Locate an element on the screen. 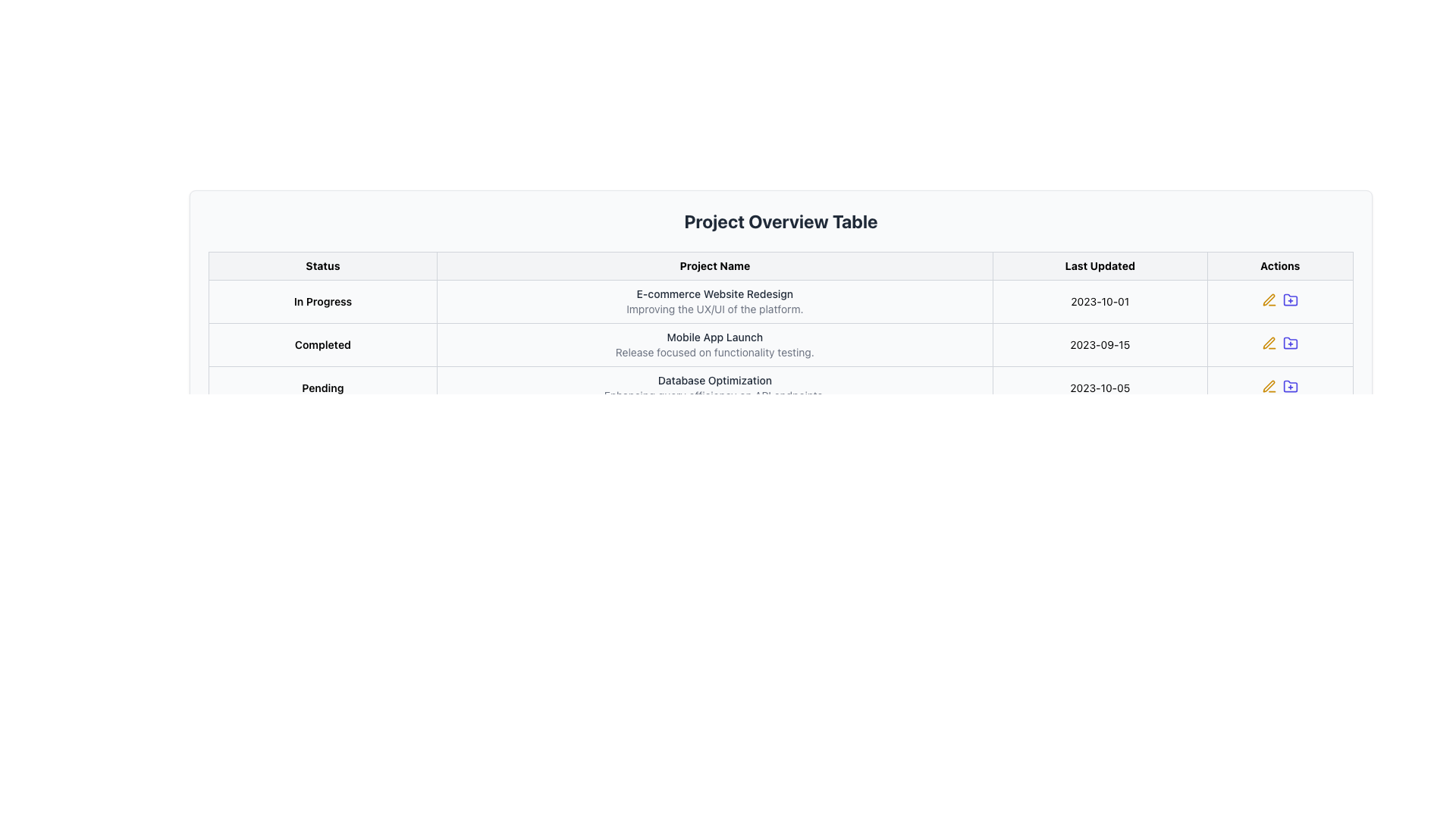  the text display element containing the text 'Improving the UX/UI of the platform.', which is styled in a smaller font and light gray color, located below the 'E-commerce Website Redesign' element is located at coordinates (714, 309).